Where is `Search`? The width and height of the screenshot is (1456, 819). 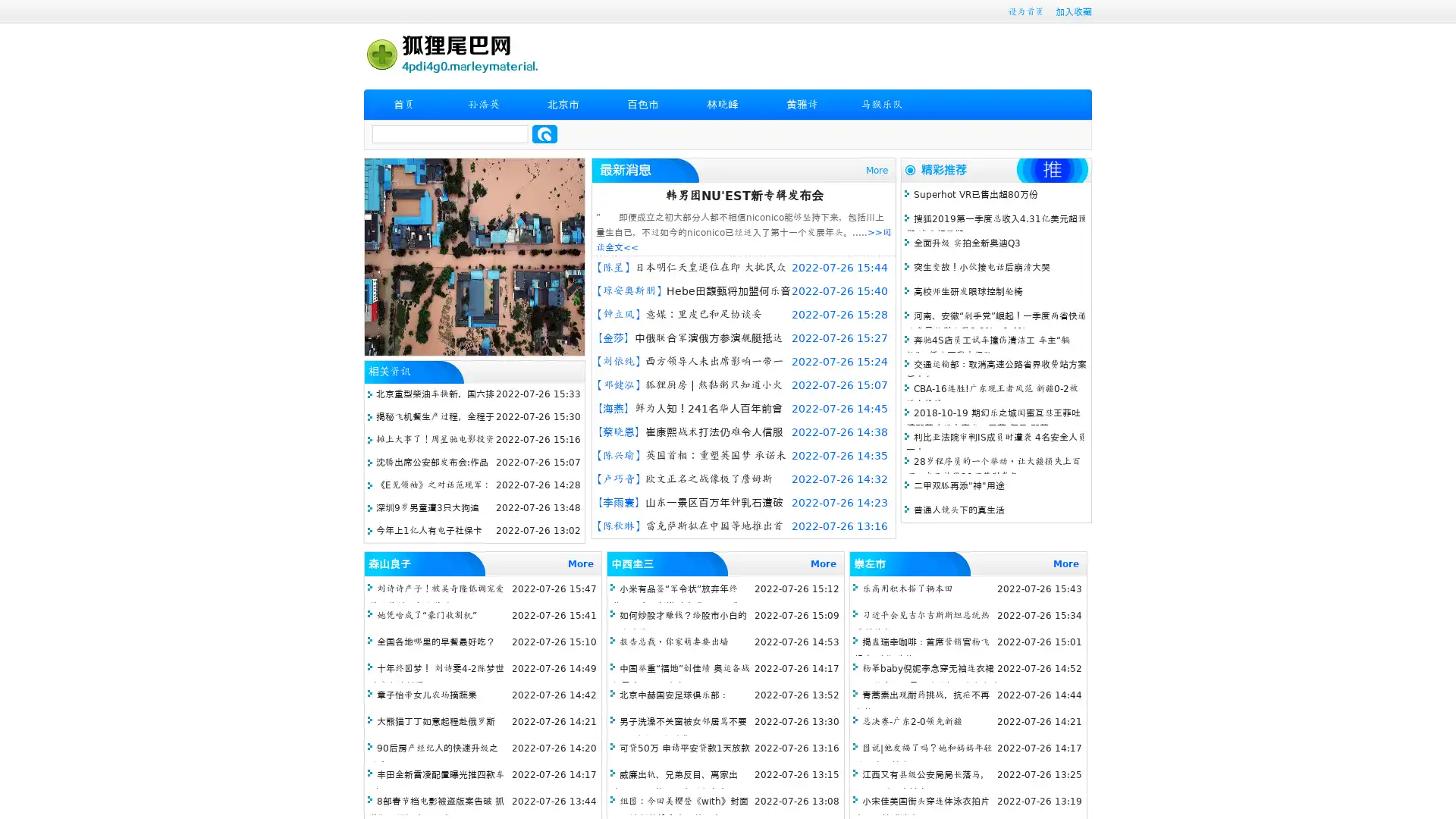
Search is located at coordinates (544, 133).